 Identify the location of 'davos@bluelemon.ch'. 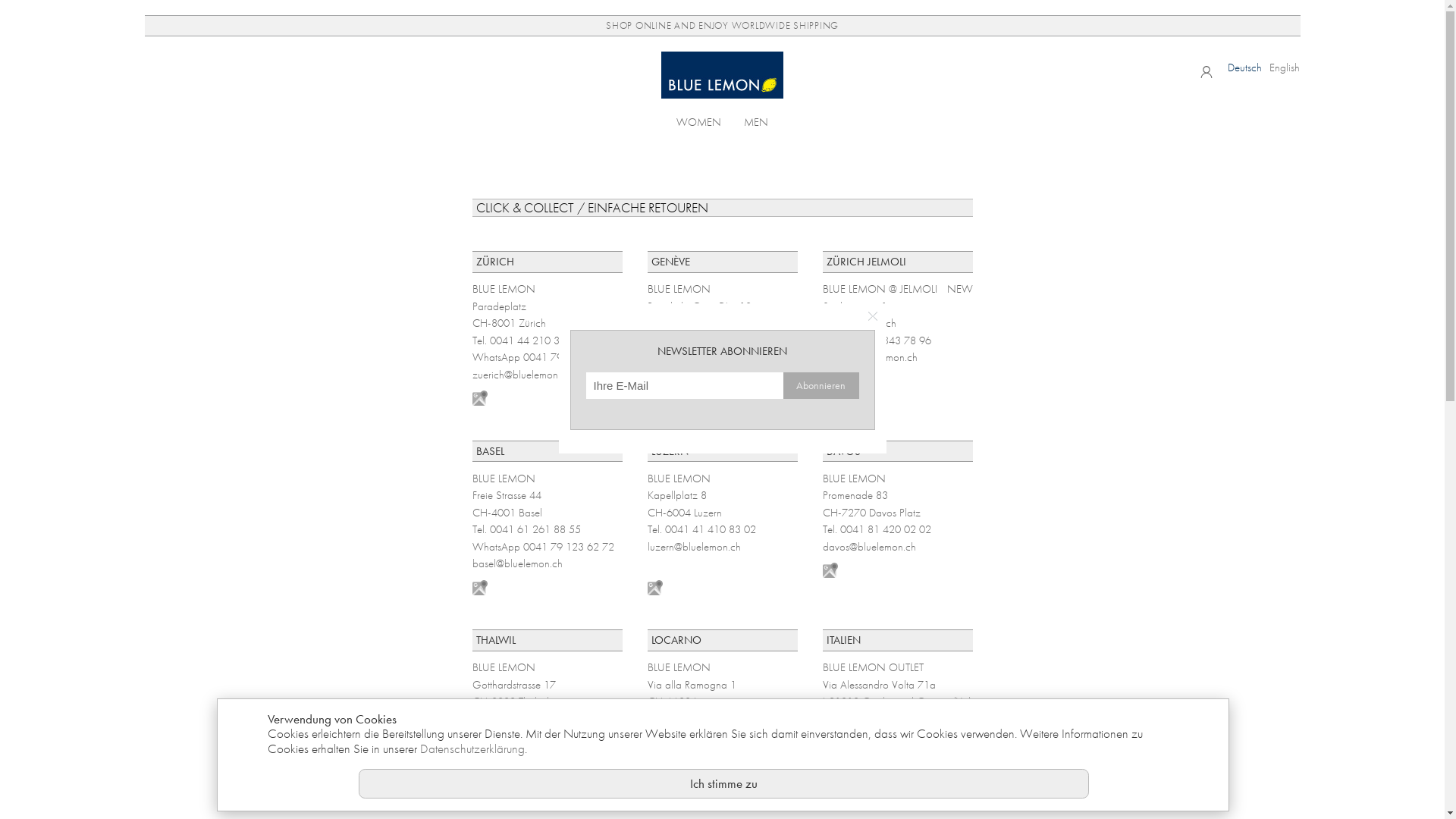
(868, 546).